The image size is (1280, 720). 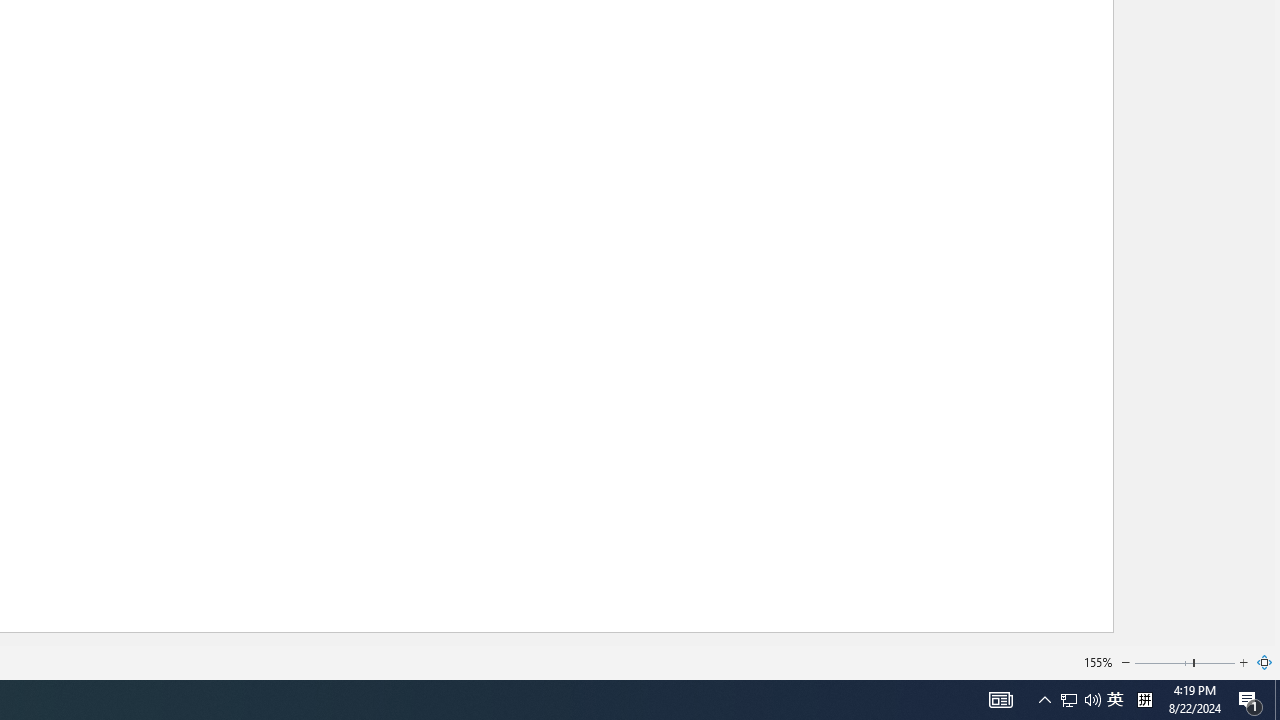 What do you see at coordinates (1163, 663) in the screenshot?
I see `'Page left'` at bounding box center [1163, 663].